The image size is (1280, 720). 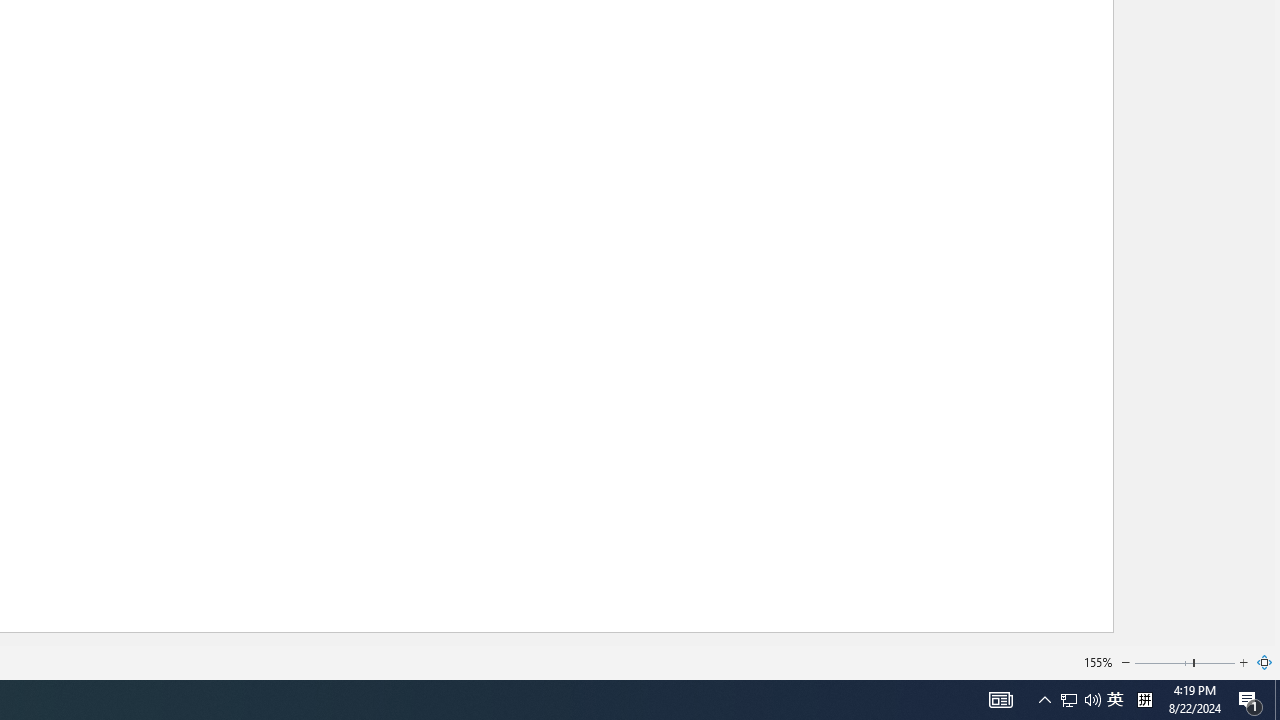 What do you see at coordinates (1163, 663) in the screenshot?
I see `'Page left'` at bounding box center [1163, 663].